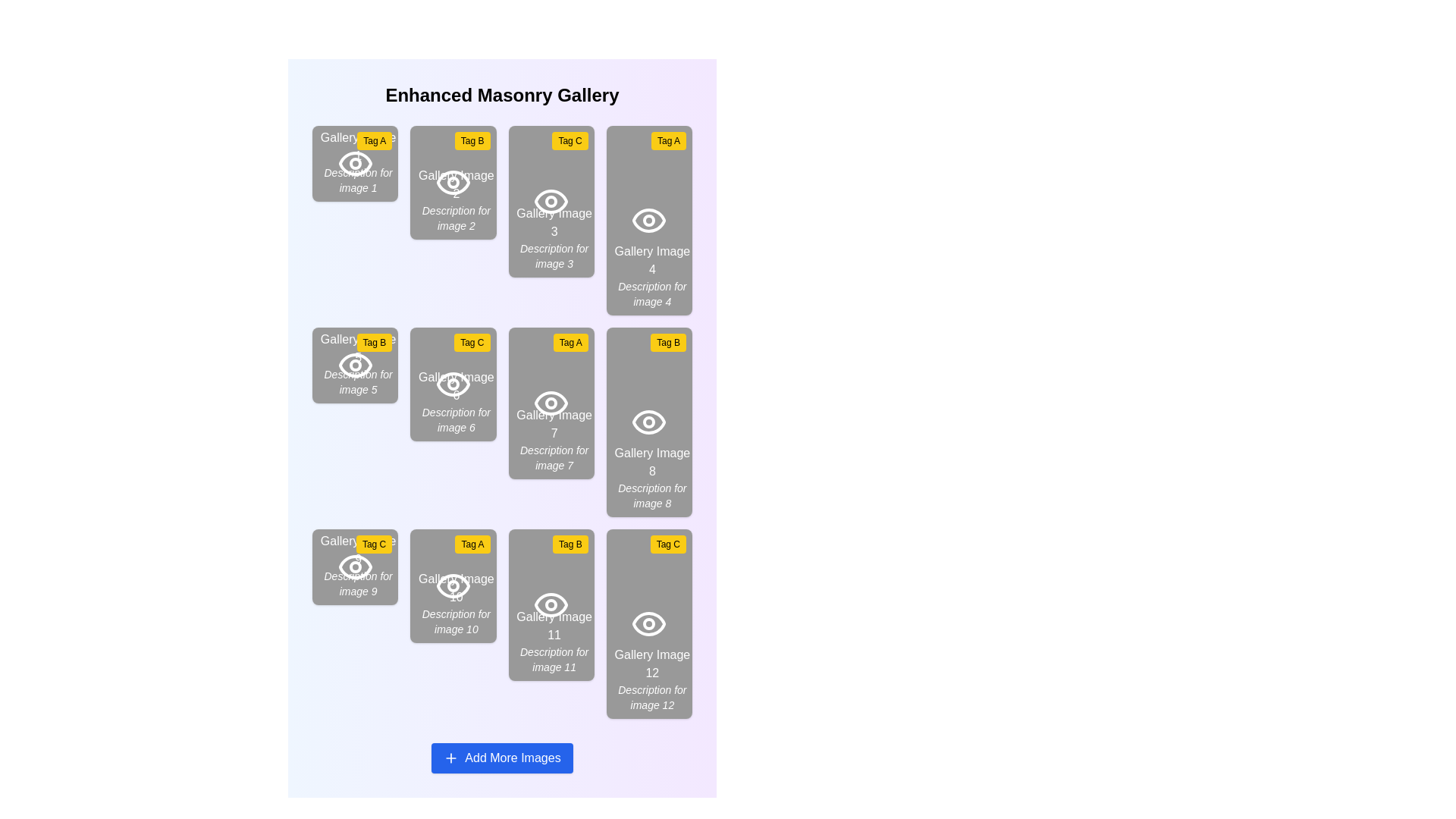  Describe the element at coordinates (455, 587) in the screenshot. I see `the non-interactive text label that serves as a title for the associated gallery image in the fourth row, second column, above the descriptive text 'Description for image 10'` at that location.